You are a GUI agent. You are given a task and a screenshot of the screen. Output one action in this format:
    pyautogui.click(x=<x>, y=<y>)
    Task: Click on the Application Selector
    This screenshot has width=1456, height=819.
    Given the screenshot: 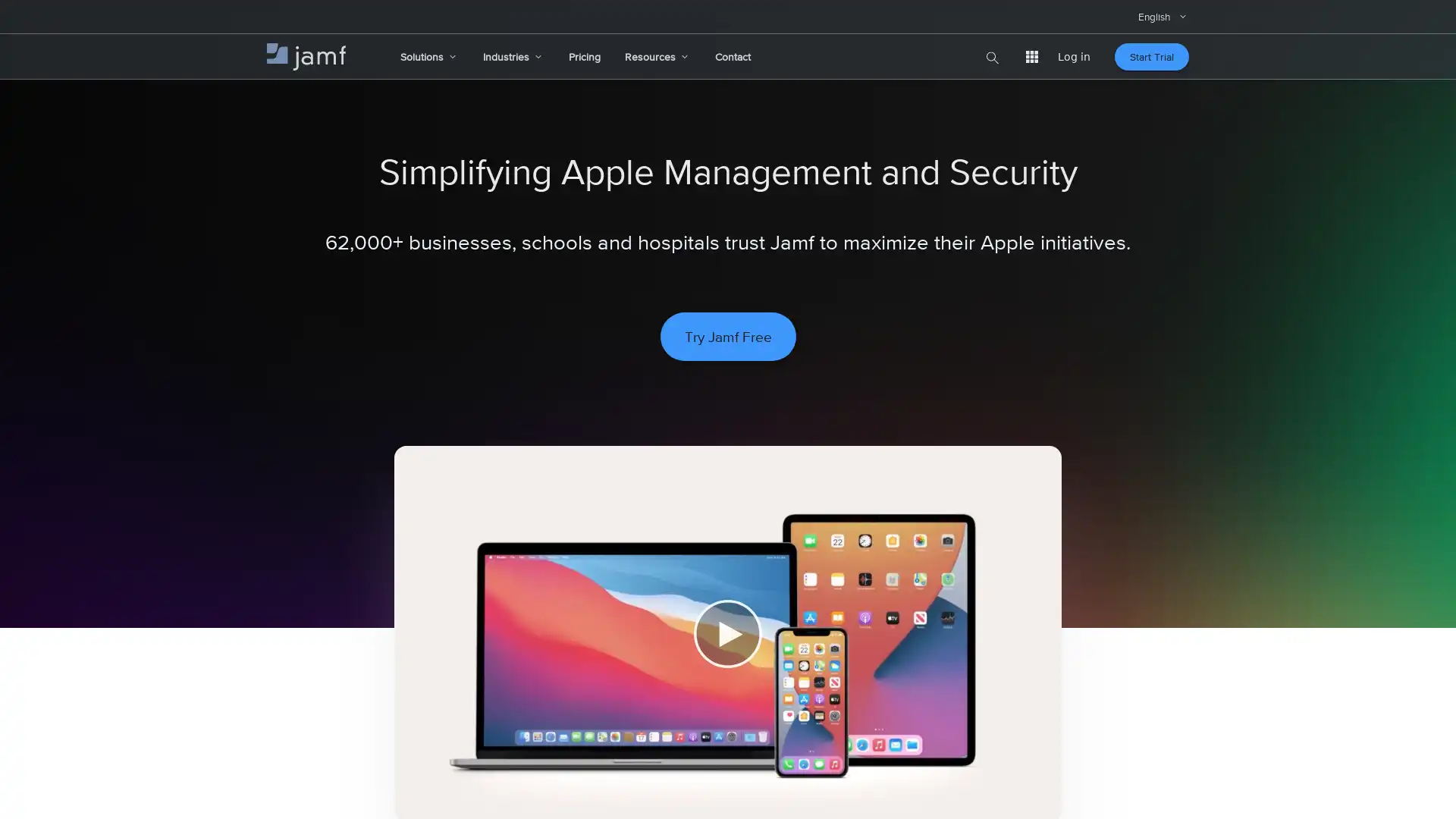 What is the action you would take?
    pyautogui.click(x=1031, y=55)
    